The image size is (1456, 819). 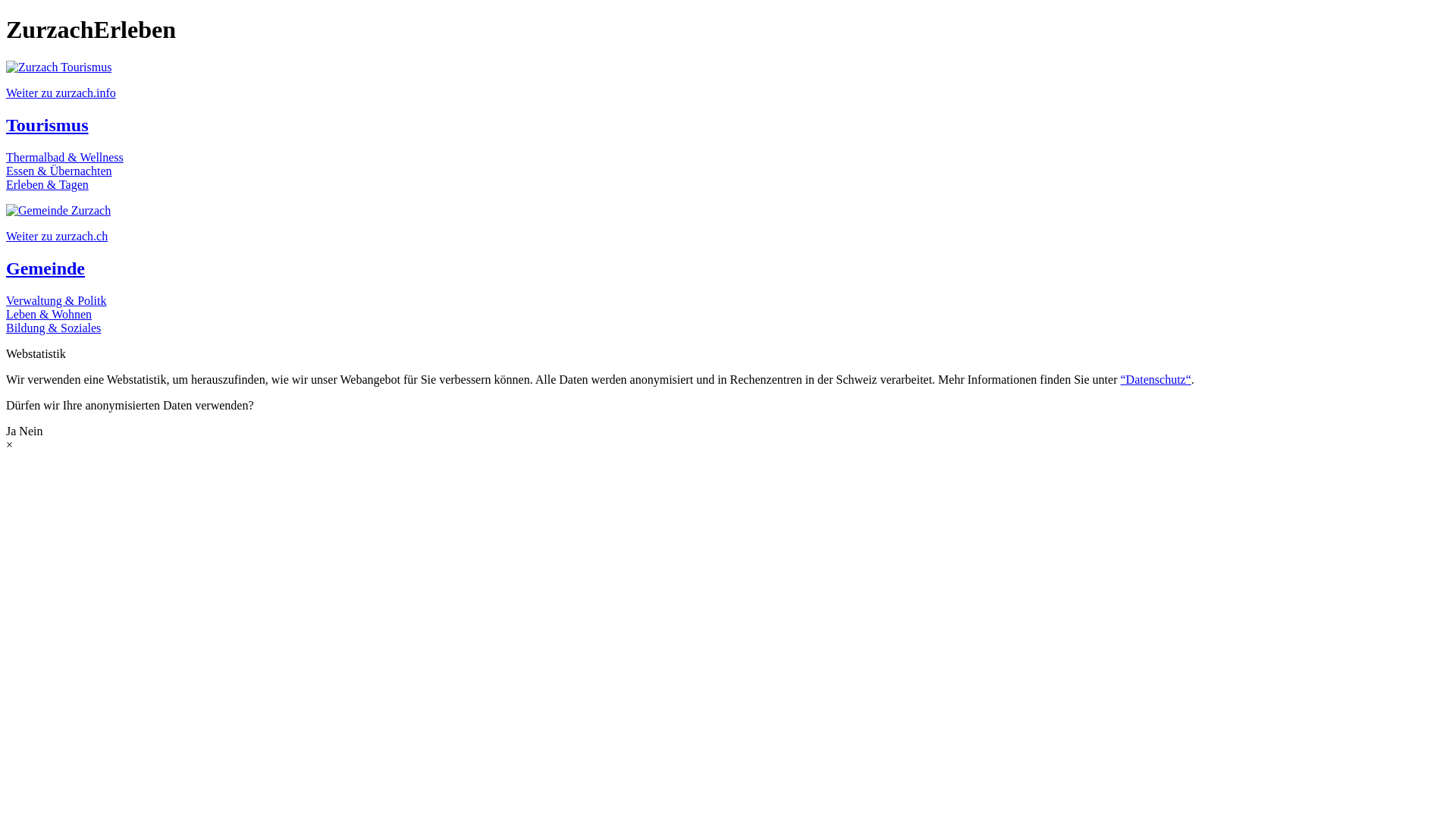 I want to click on 'Nein', so click(x=30, y=431).